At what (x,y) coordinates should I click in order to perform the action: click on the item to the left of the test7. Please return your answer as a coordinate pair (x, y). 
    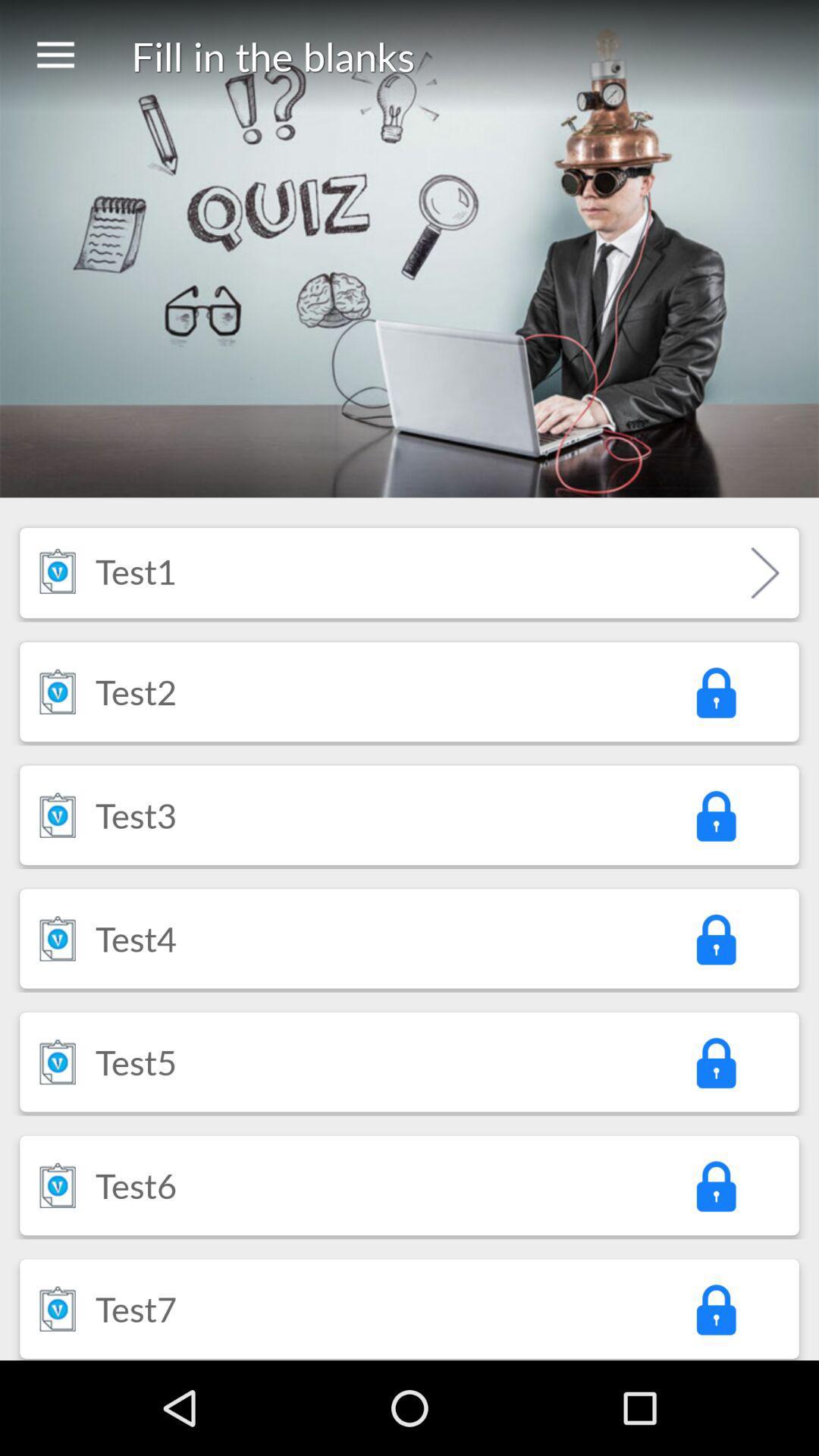
    Looking at the image, I should click on (57, 1307).